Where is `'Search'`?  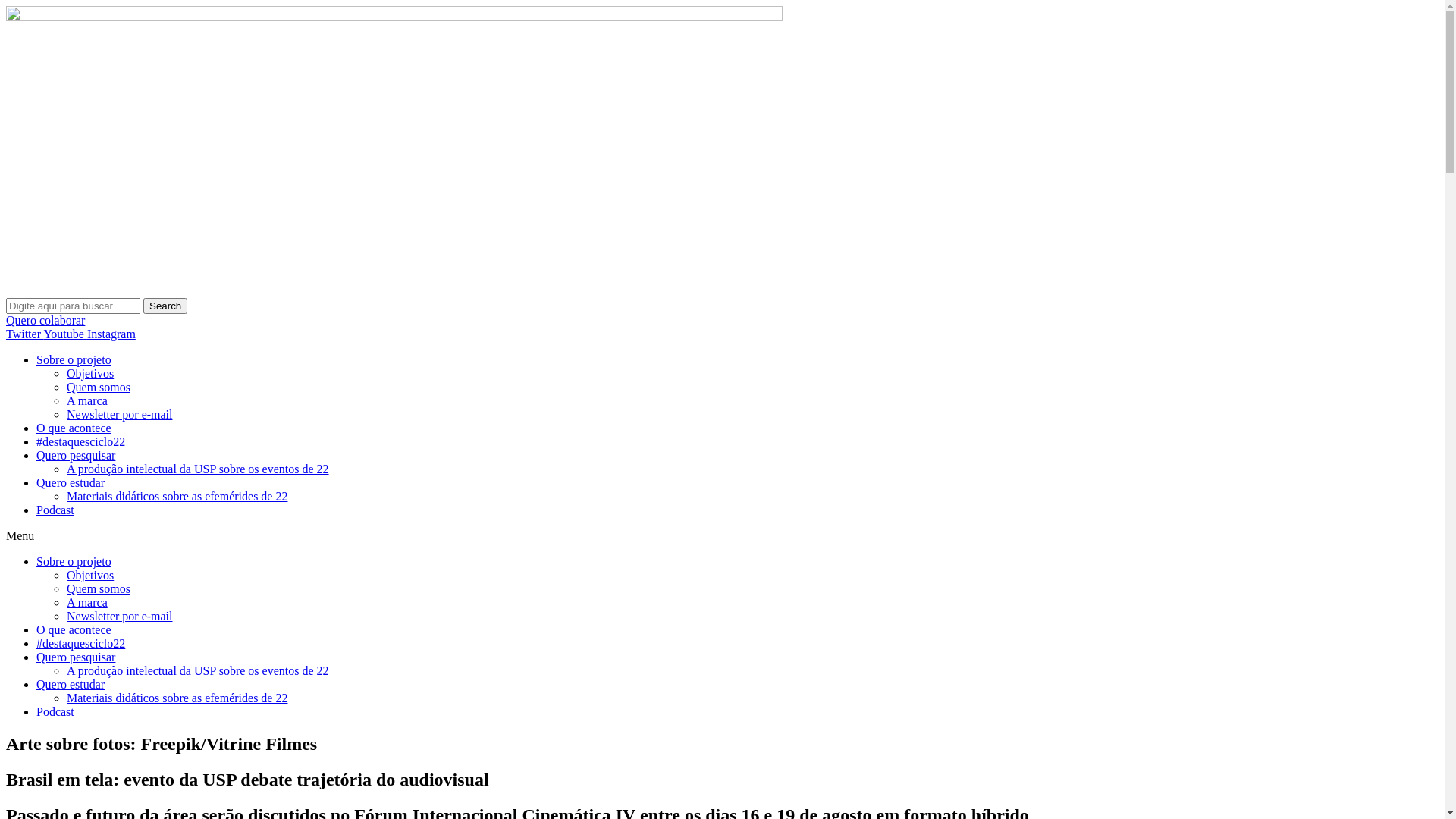
'Search' is located at coordinates (165, 306).